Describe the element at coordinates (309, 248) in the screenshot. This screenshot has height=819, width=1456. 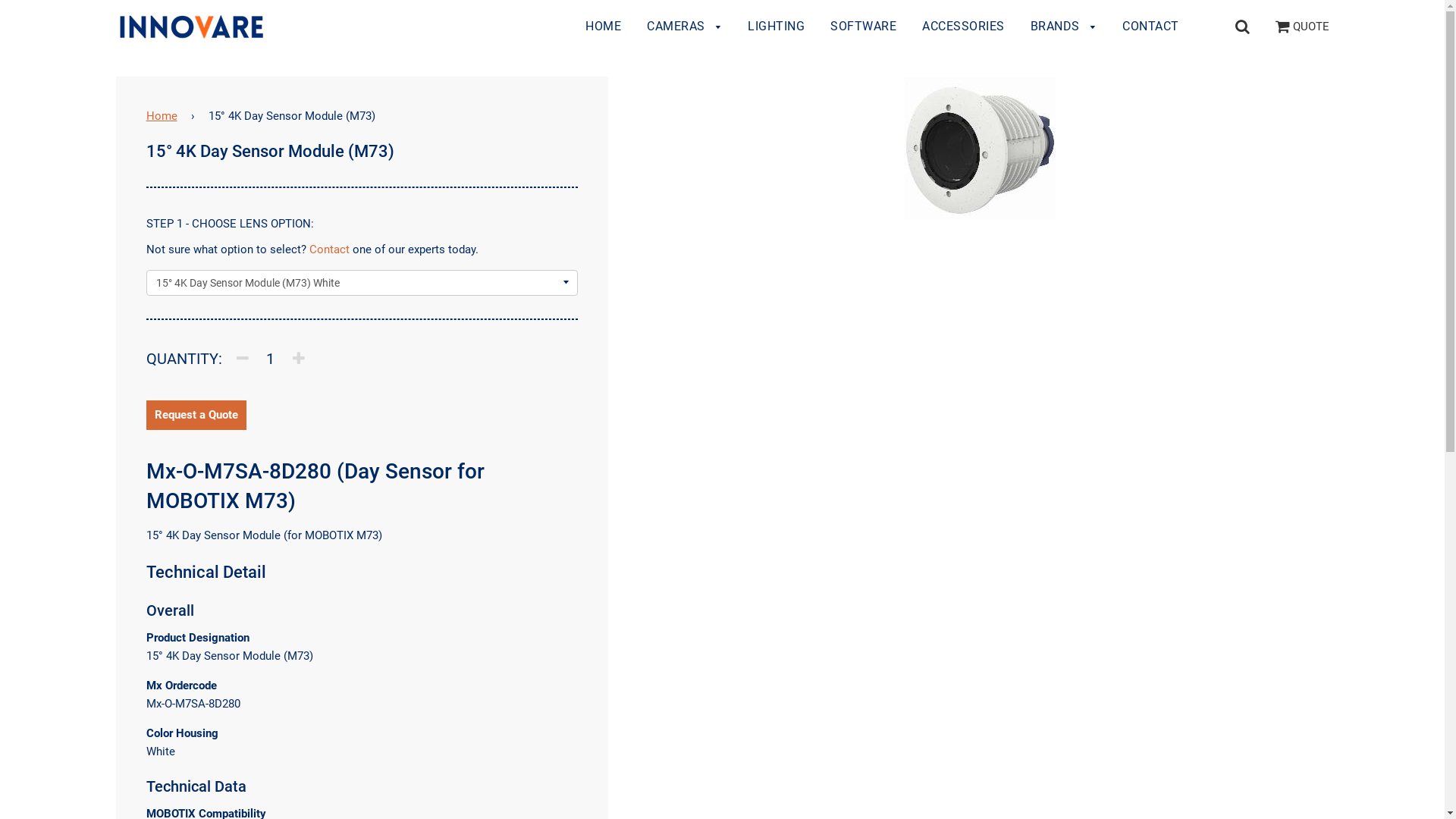
I see `'Contact'` at that location.